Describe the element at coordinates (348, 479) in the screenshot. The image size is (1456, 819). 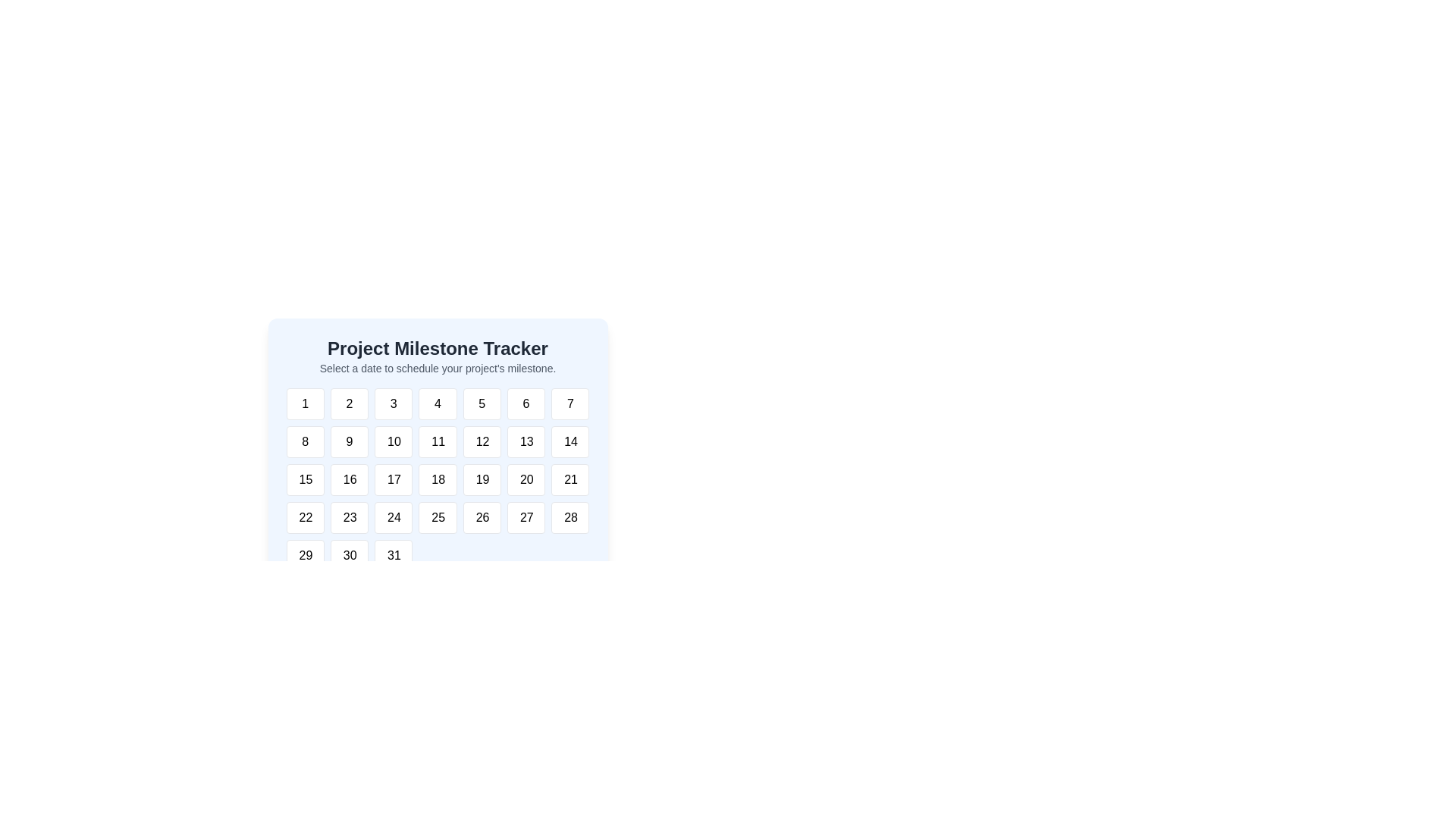
I see `the button in the fourth row and second column of the grid` at that location.